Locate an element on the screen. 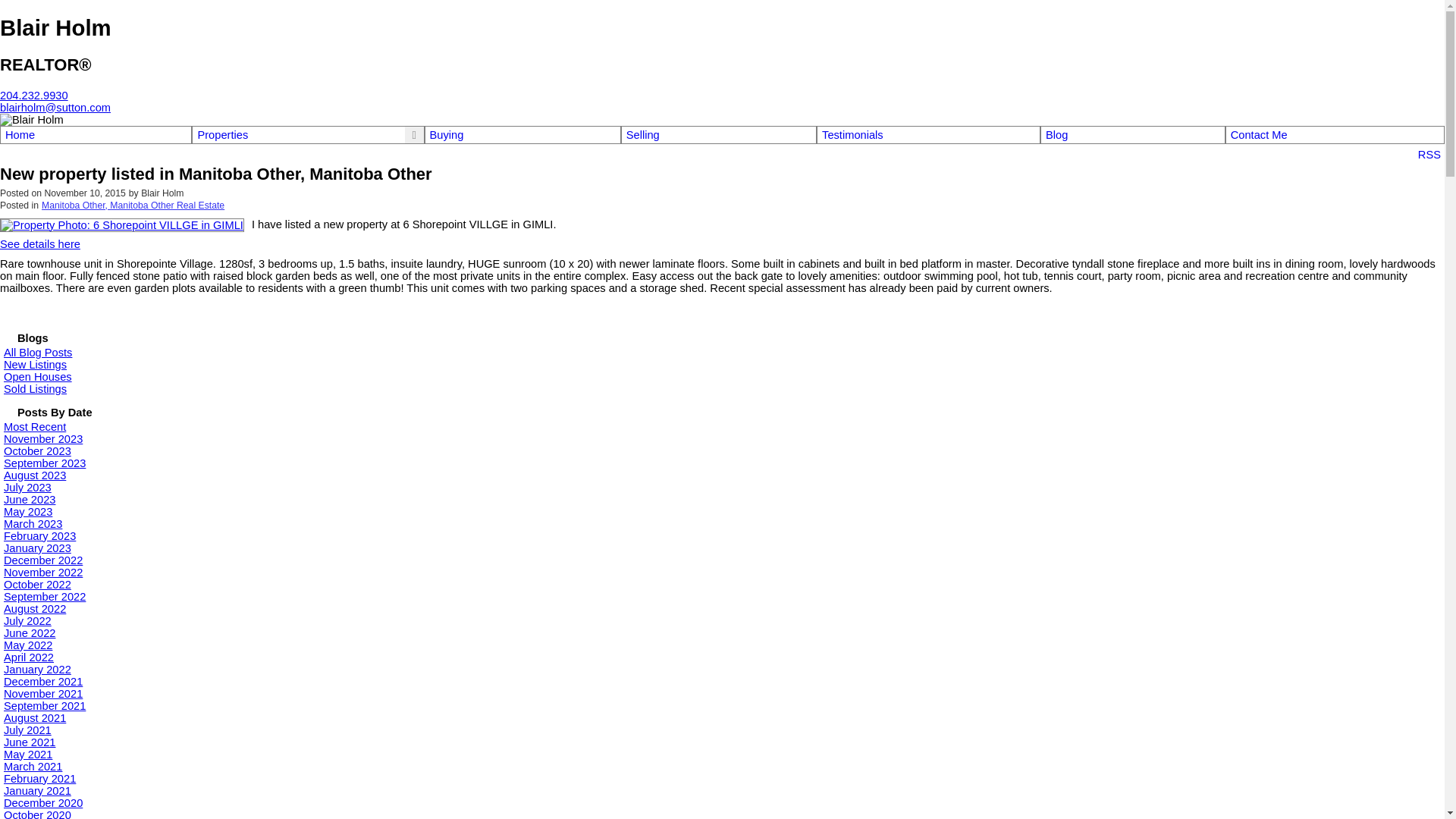  'All Blog Posts' is located at coordinates (37, 353).